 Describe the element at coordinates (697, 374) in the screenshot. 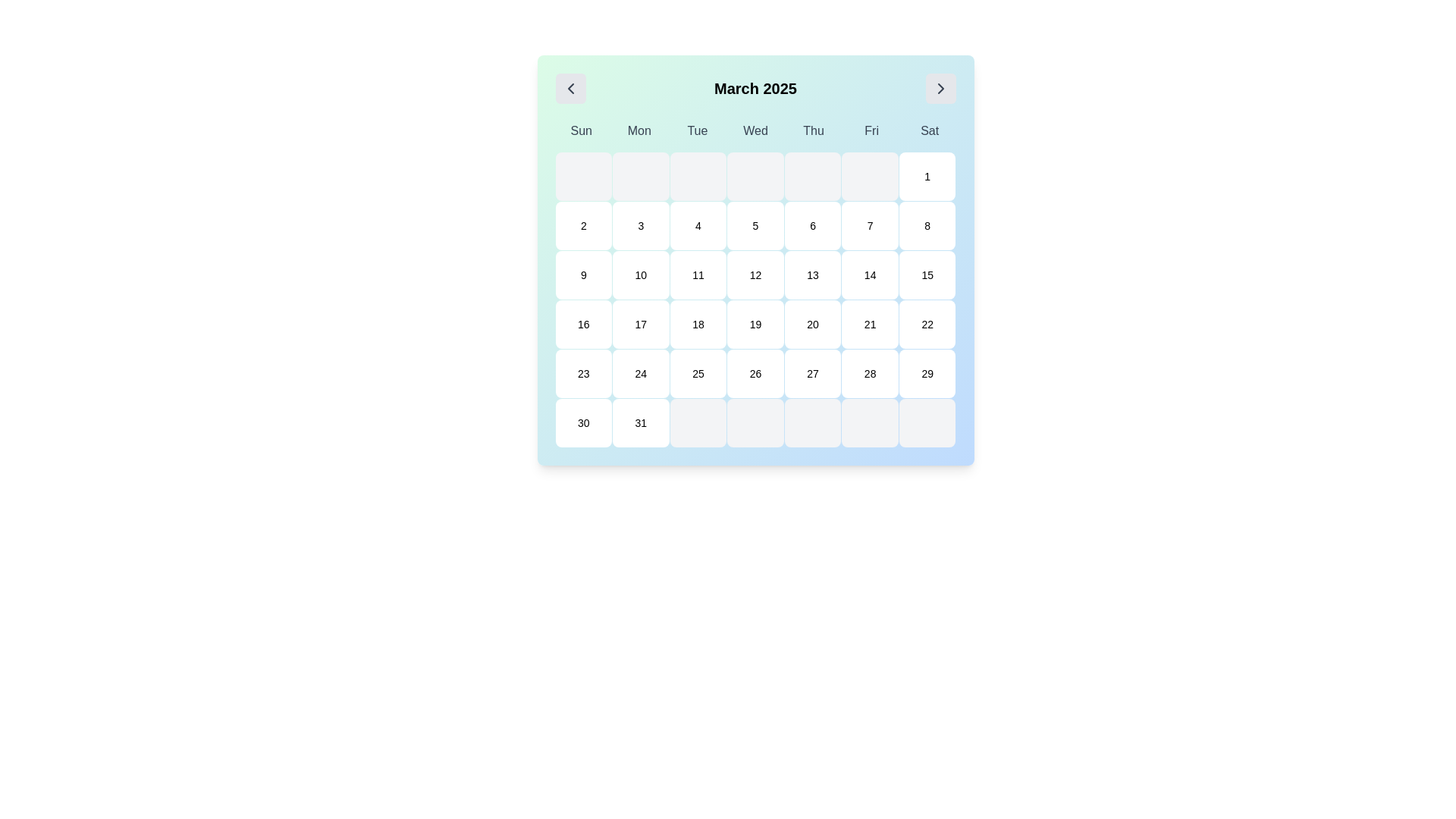

I see `the Calendar day cell displaying the number '25', which is a square-shaped box with a white background and rounded corners, located in the fifth row and fifth column of the grid` at that location.